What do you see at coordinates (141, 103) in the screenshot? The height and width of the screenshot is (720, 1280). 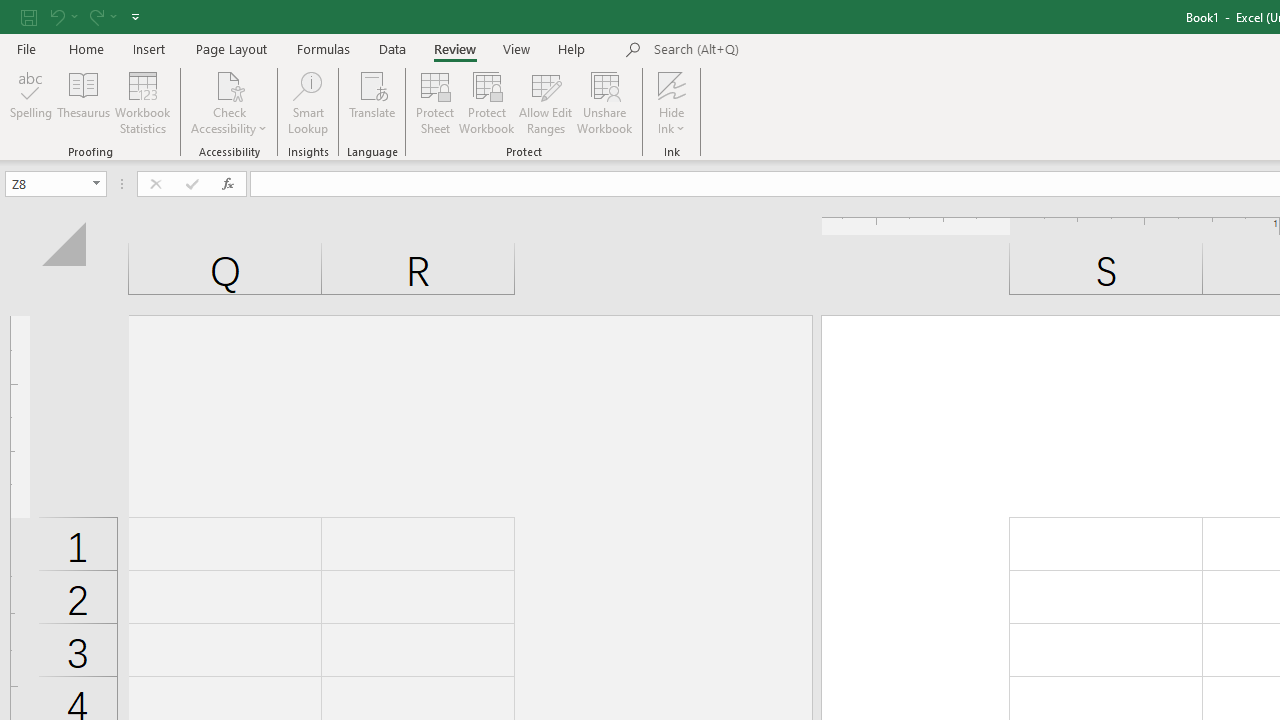 I see `'Workbook Statistics'` at bounding box center [141, 103].